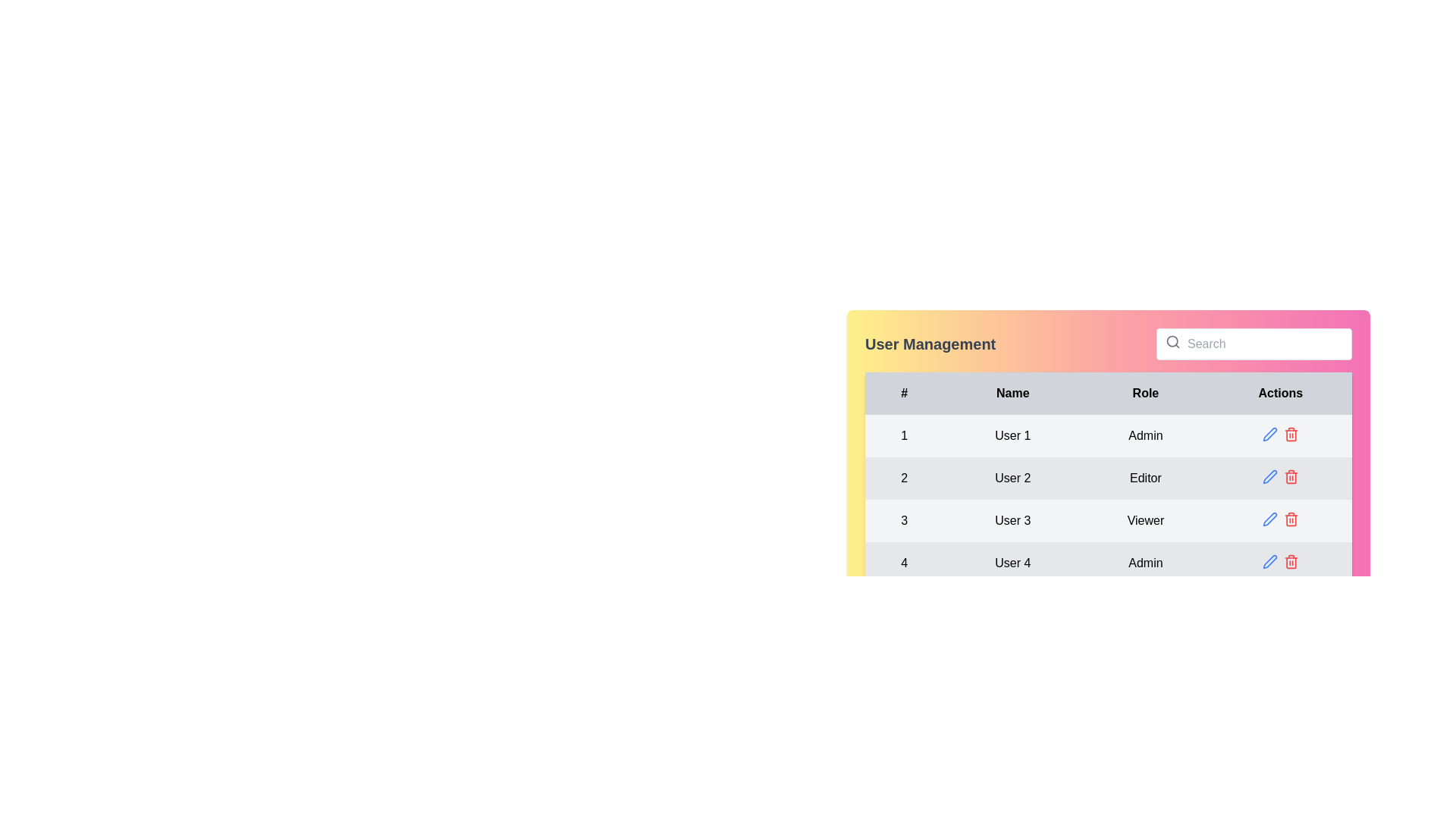 The height and width of the screenshot is (819, 1456). What do you see at coordinates (1290, 519) in the screenshot?
I see `the red trash can icon, which is the second icon in the actions list for 'User 3' in the user management table` at bounding box center [1290, 519].